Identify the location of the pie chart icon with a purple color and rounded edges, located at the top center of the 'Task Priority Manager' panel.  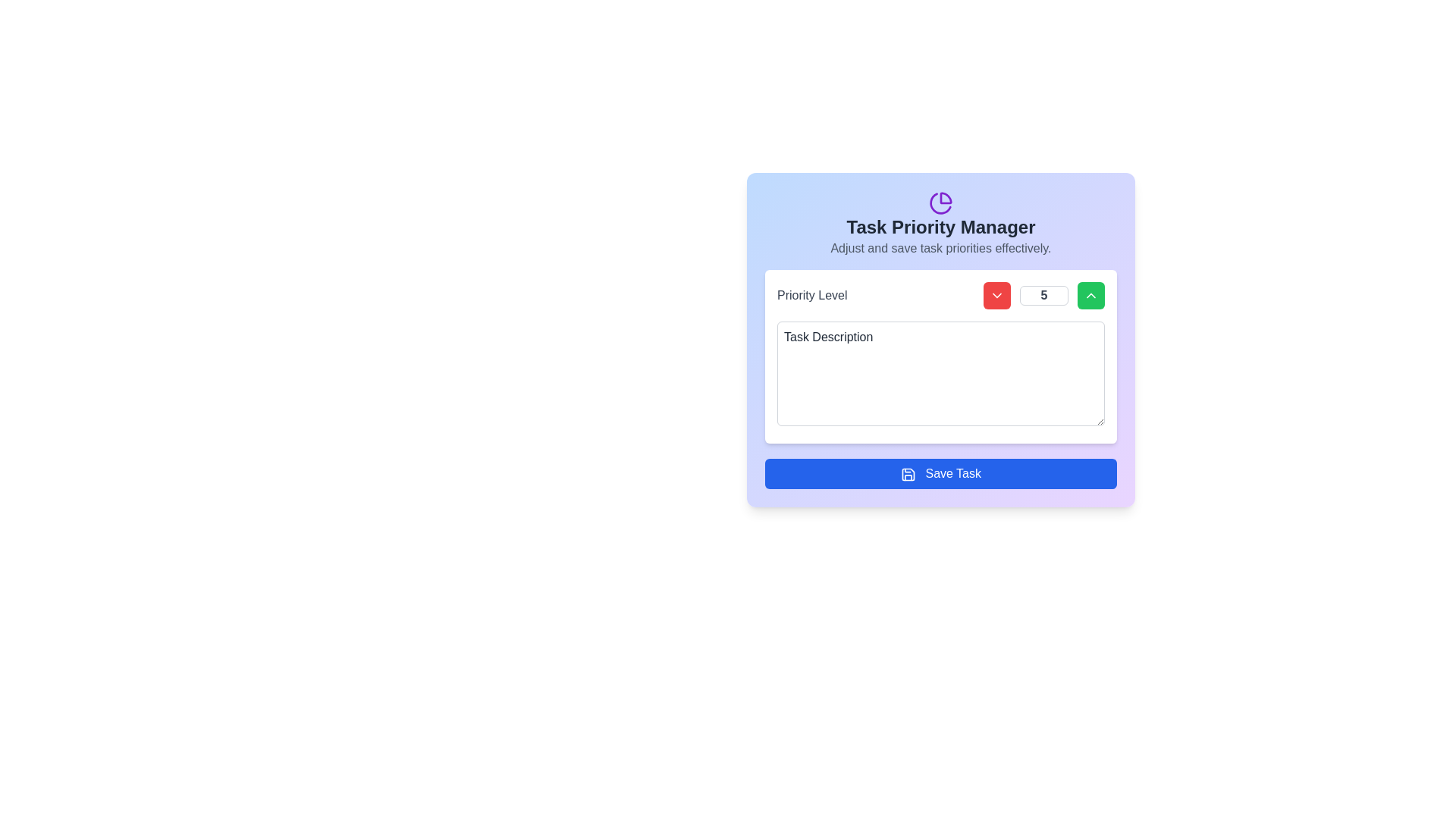
(940, 202).